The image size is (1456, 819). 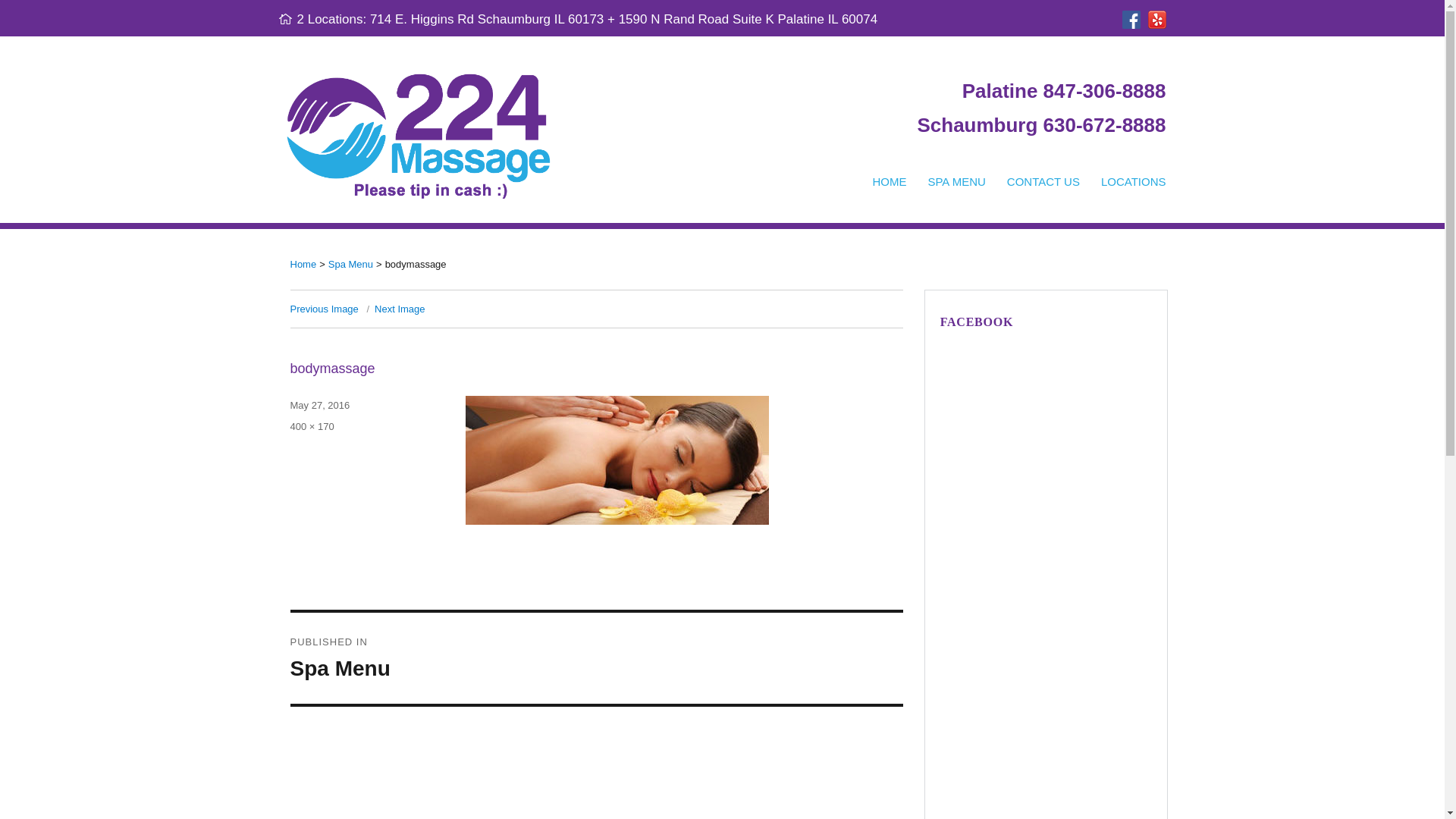 I want to click on 'CONTACT US', so click(x=1043, y=180).